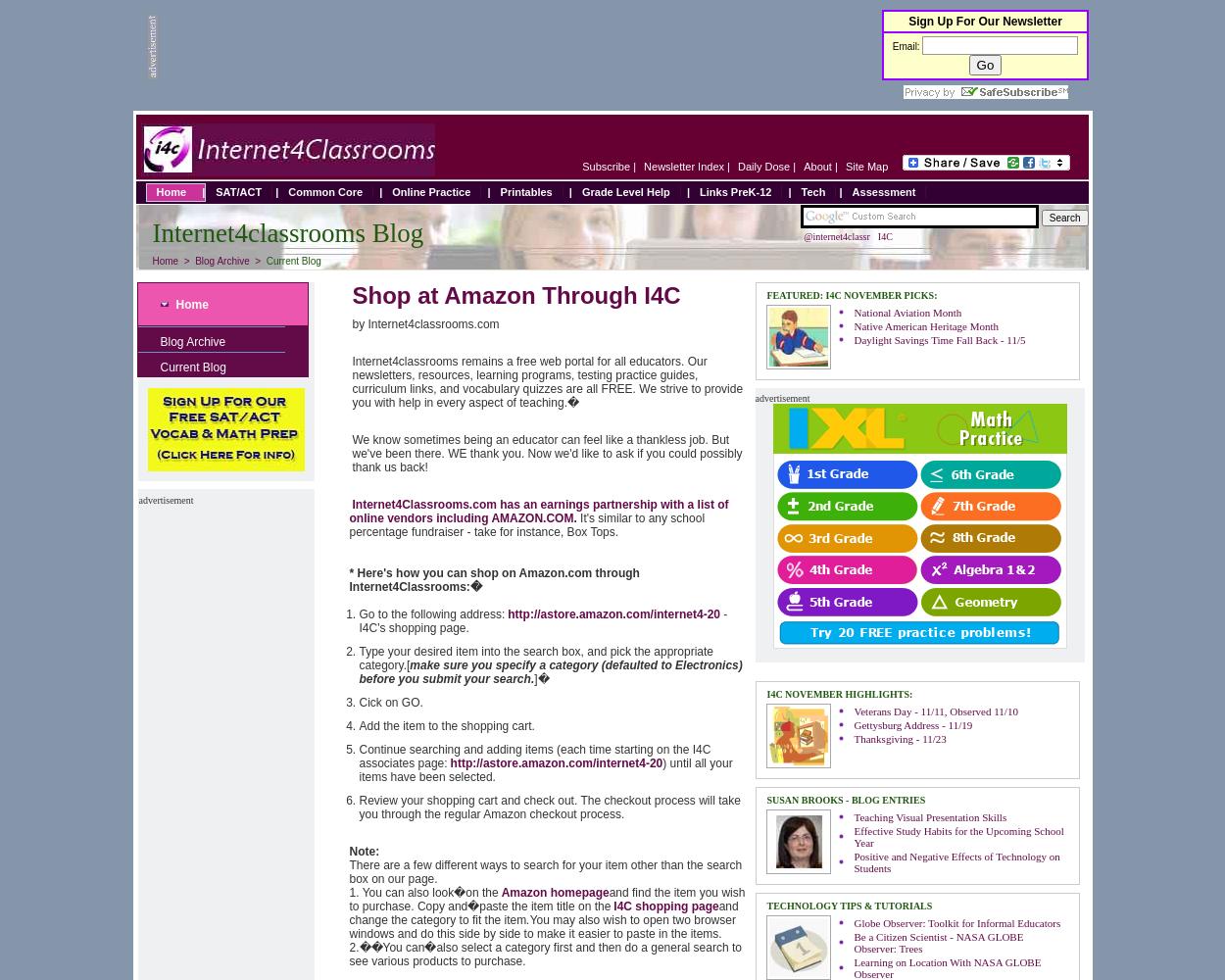  Describe the element at coordinates (536, 659) in the screenshot. I see `'Type your desired item into the search box, and pick the appropriate category.['` at that location.